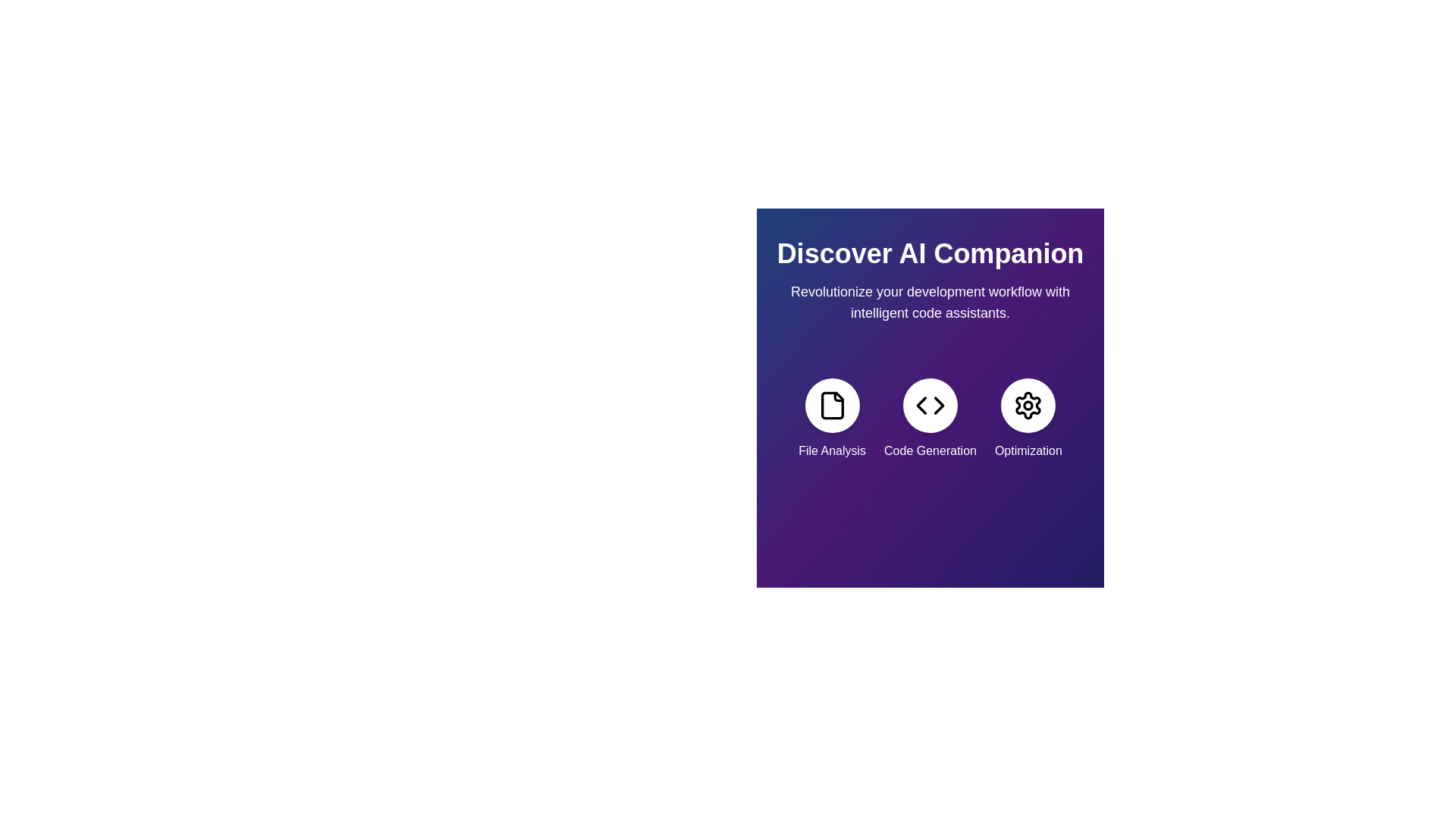  I want to click on the gear icon, which is the rightmost icon in a horizontal set of three icons, so click(1028, 405).